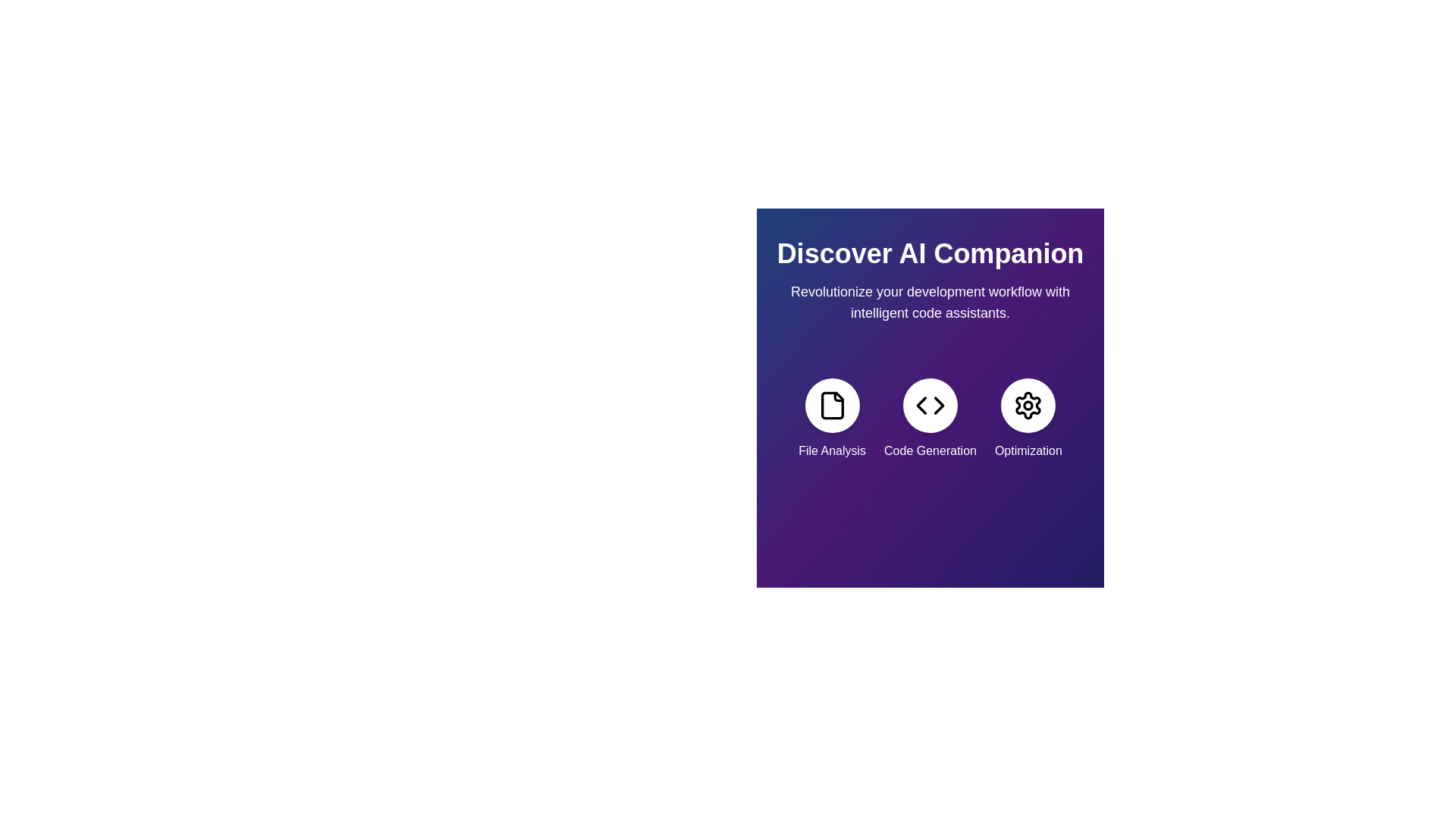  I want to click on the gear icon, which is the rightmost icon in a horizontal set of three icons, so click(1028, 405).